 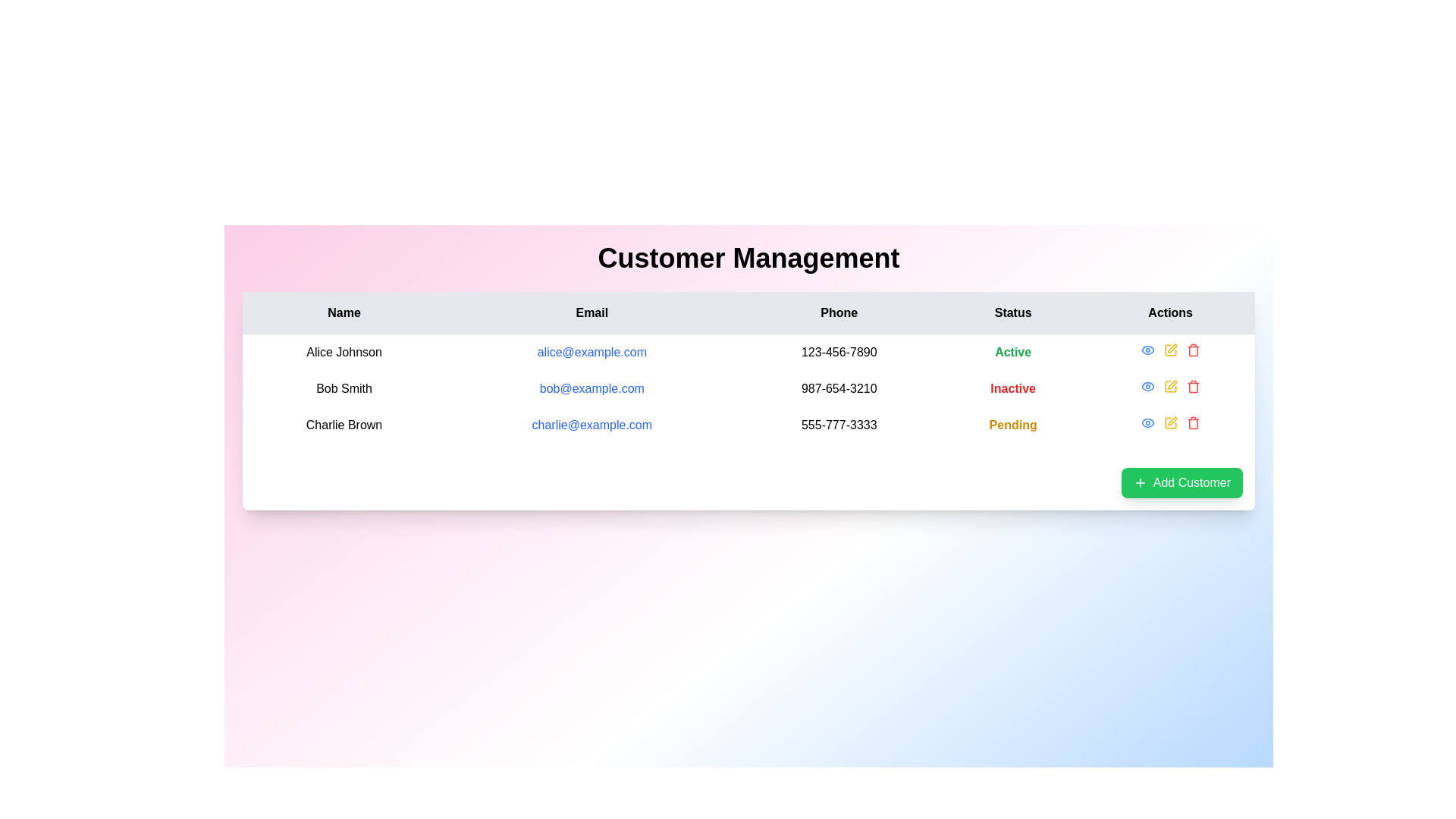 What do you see at coordinates (591, 388) in the screenshot?
I see `the Text Label displaying the email address associated with 'Bob Smith', located in the second row of the 'Email' column in the Customer Management page` at bounding box center [591, 388].